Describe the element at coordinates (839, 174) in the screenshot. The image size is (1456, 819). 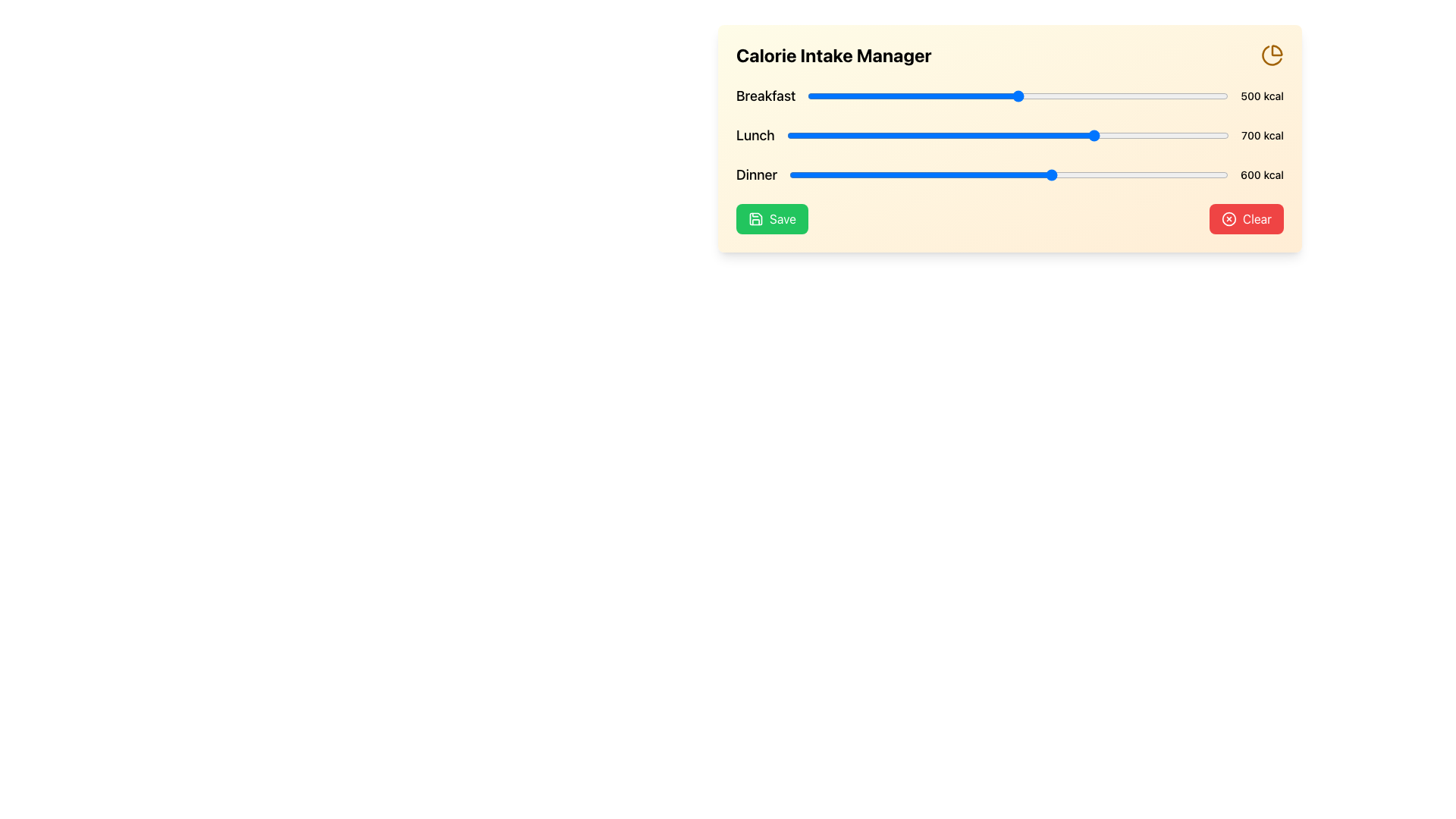
I see `the dinner calorie intake slider` at that location.